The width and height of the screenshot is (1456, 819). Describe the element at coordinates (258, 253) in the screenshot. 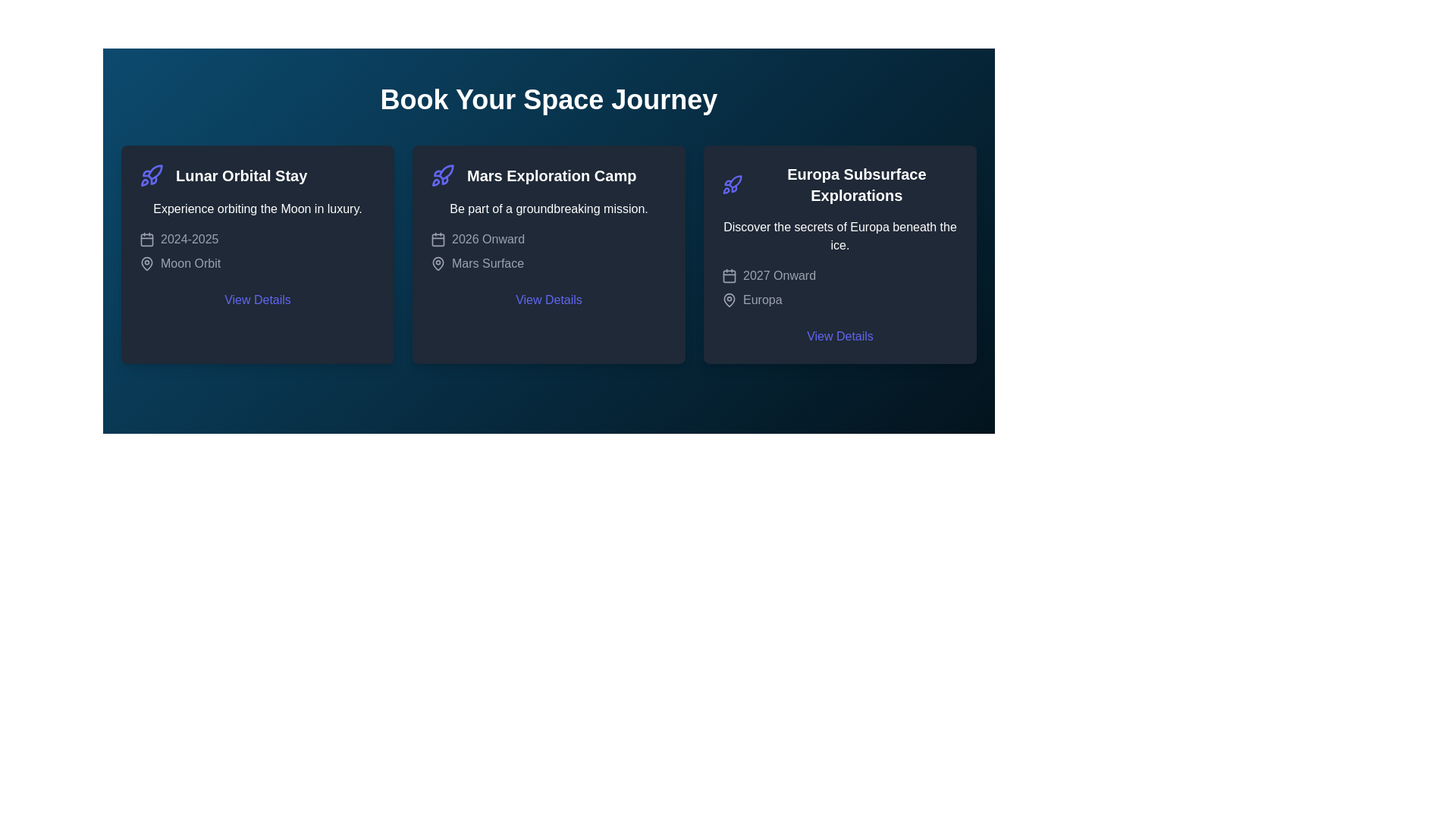

I see `the first card UI component that provides information about 'Lunar Orbital Stay', located in the leftmost segment of the row` at that location.